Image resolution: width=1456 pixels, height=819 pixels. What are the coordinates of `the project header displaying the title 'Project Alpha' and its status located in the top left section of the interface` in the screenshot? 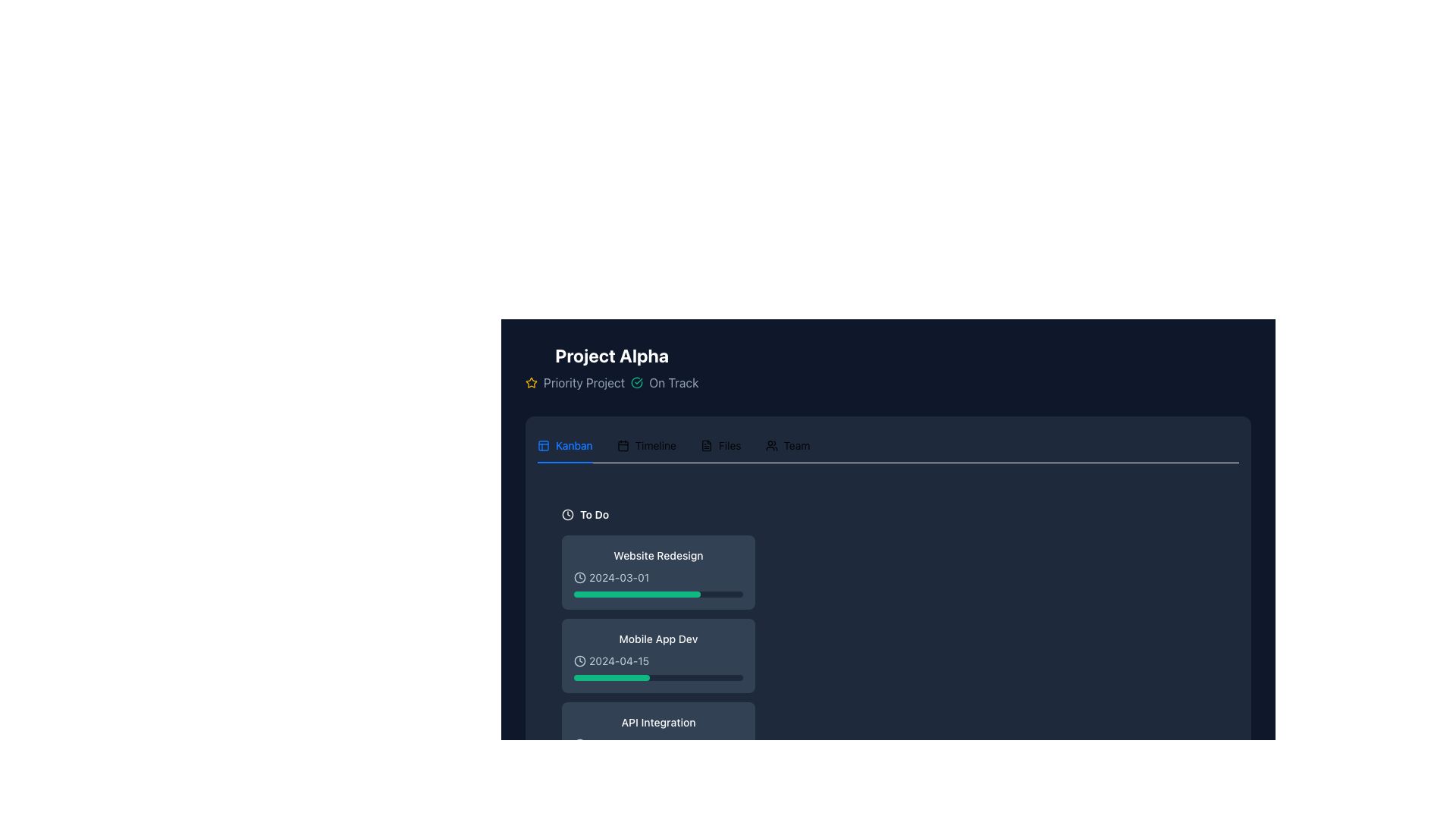 It's located at (612, 368).